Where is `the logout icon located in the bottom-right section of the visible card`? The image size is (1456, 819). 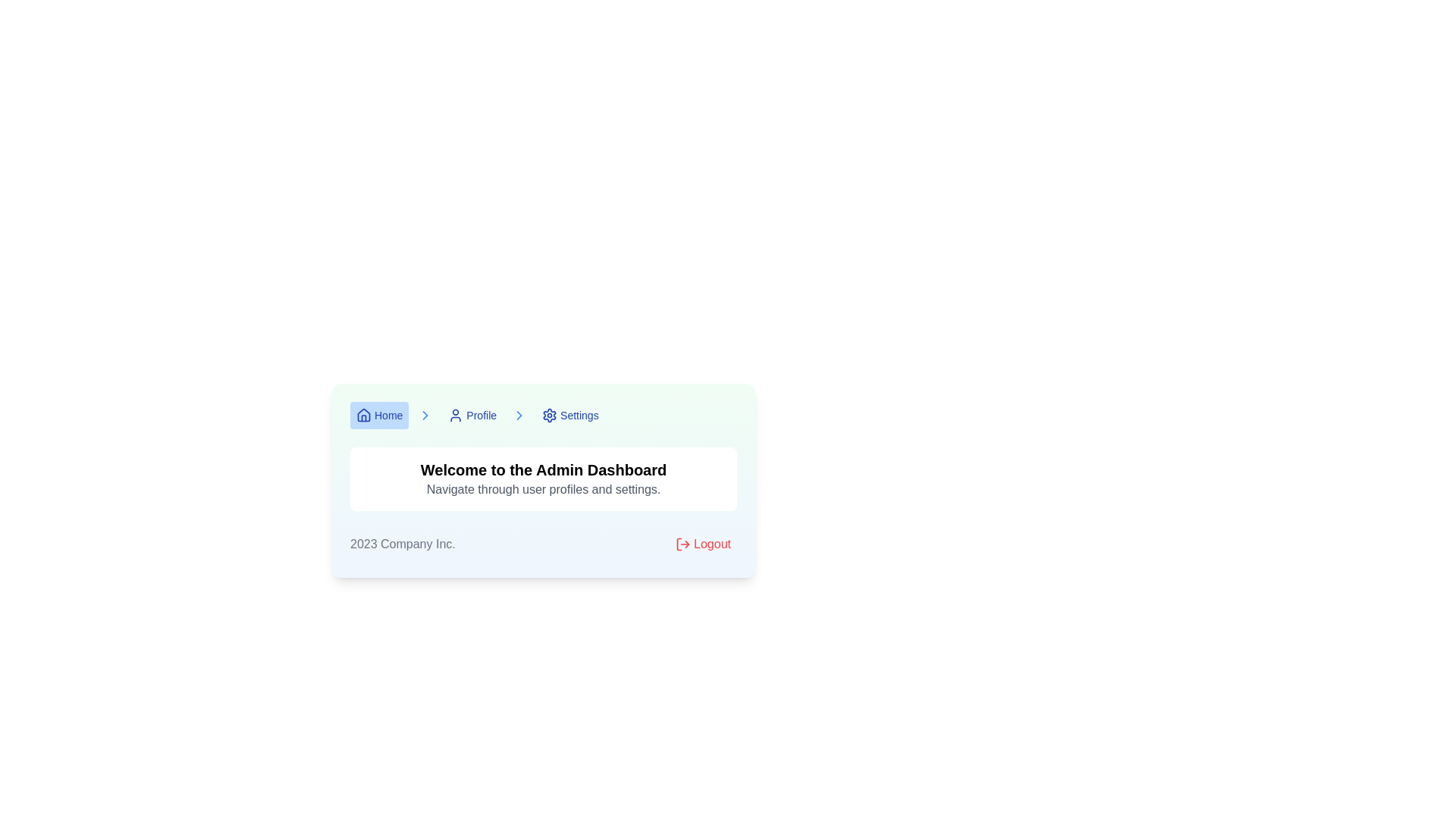 the logout icon located in the bottom-right section of the visible card is located at coordinates (682, 543).